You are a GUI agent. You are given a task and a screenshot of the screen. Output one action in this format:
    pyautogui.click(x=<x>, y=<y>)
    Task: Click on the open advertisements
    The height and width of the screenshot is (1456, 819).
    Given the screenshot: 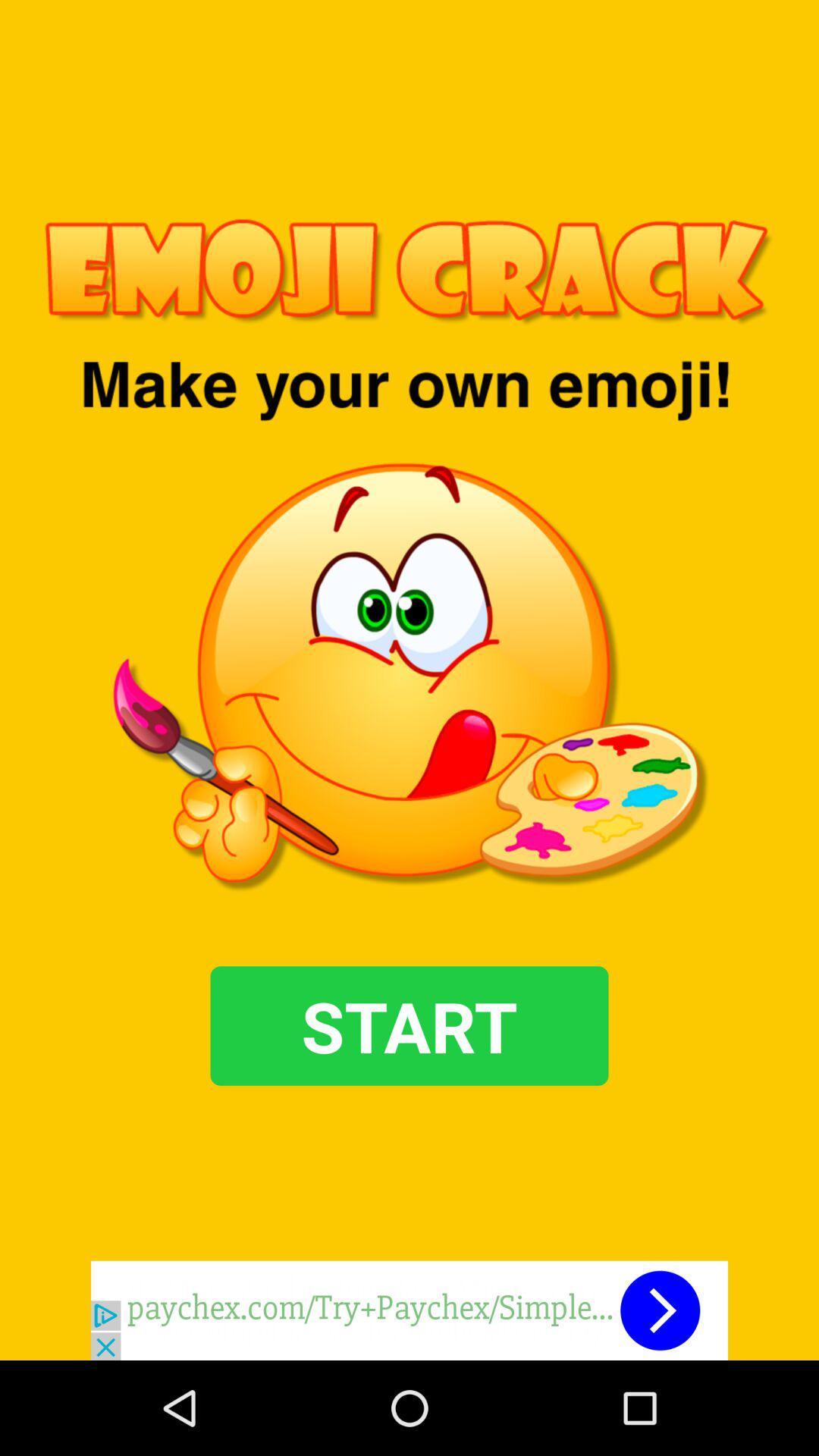 What is the action you would take?
    pyautogui.click(x=409, y=1310)
    